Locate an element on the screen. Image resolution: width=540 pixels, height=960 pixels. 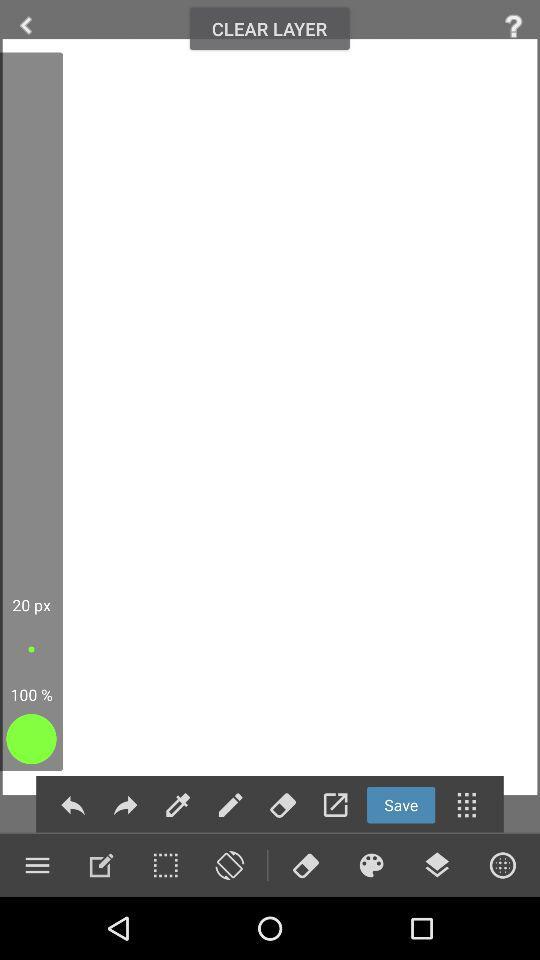
eraser is located at coordinates (282, 805).